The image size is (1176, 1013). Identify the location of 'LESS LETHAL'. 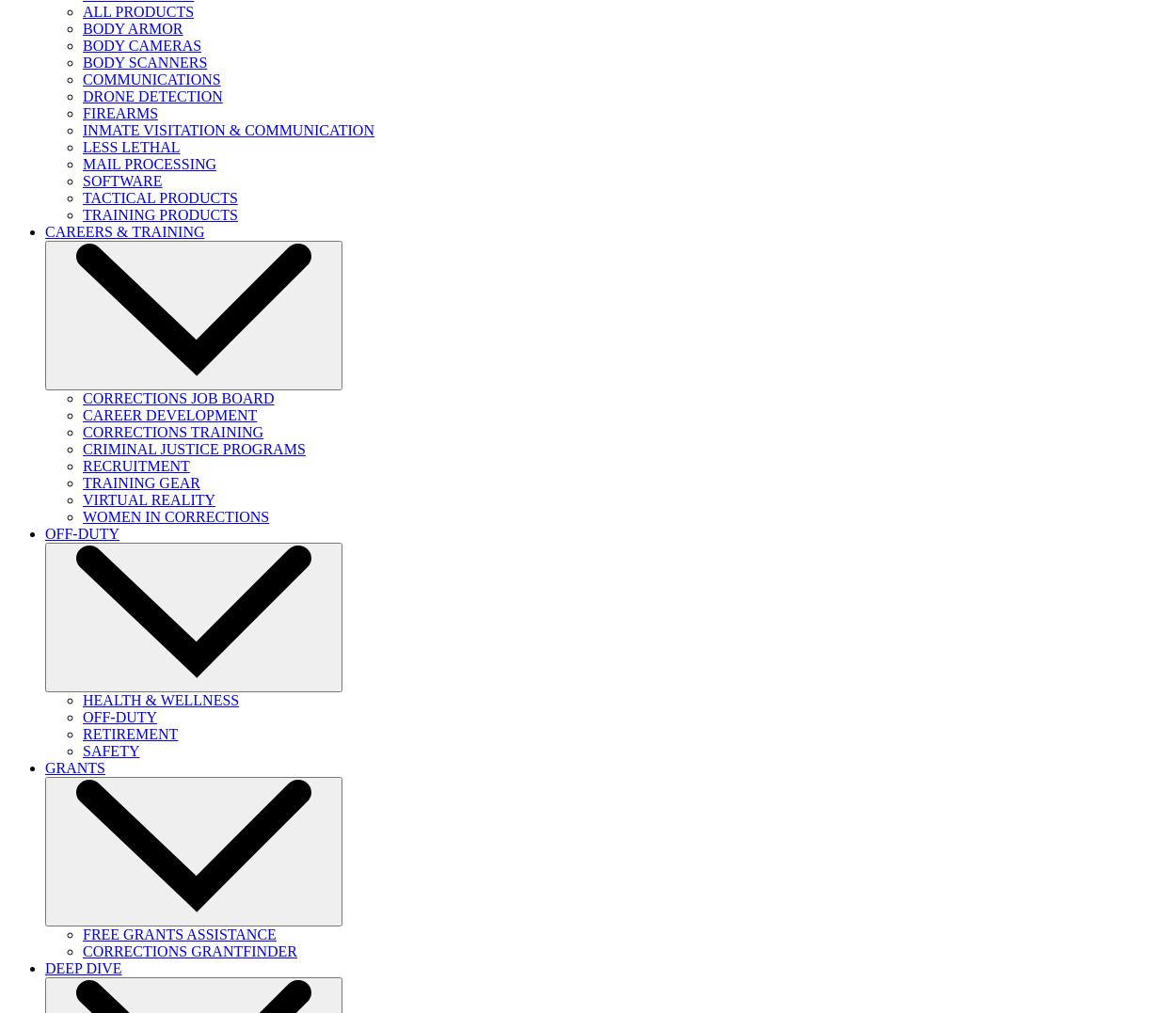
(131, 147).